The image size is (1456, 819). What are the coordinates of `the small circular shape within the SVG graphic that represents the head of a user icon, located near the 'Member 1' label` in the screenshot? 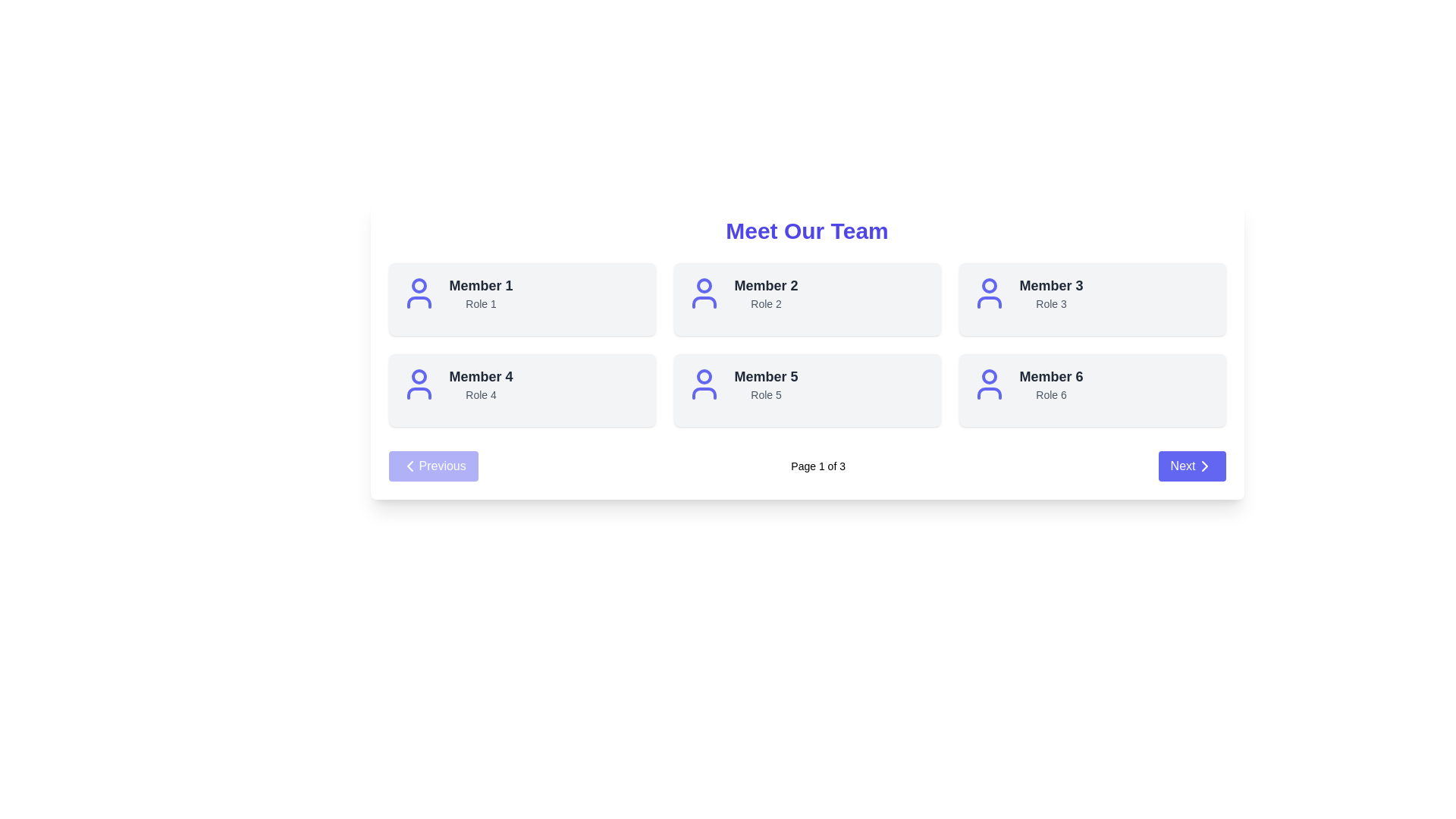 It's located at (419, 286).